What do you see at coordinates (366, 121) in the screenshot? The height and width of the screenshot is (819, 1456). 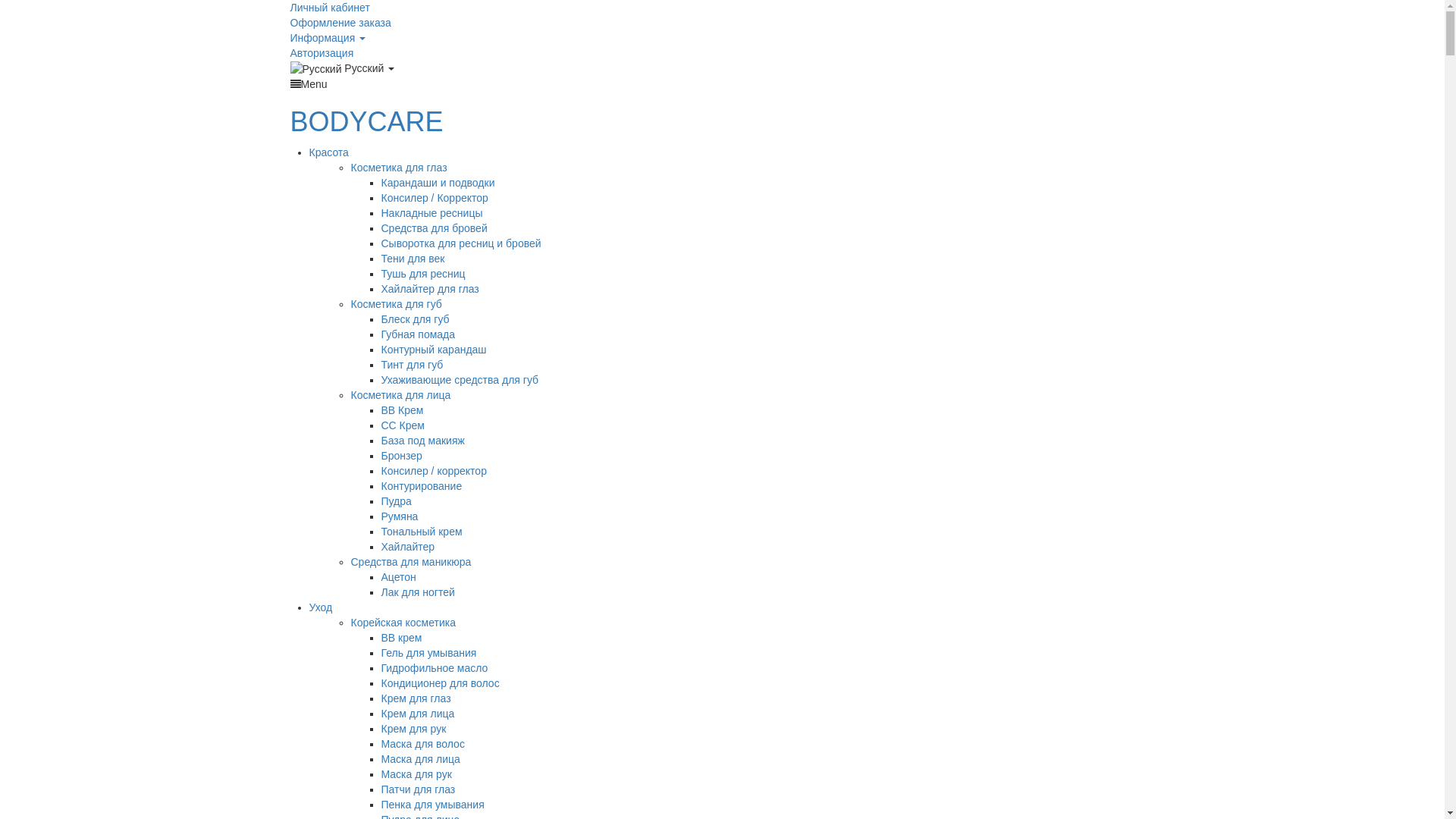 I see `'BODYCARE'` at bounding box center [366, 121].